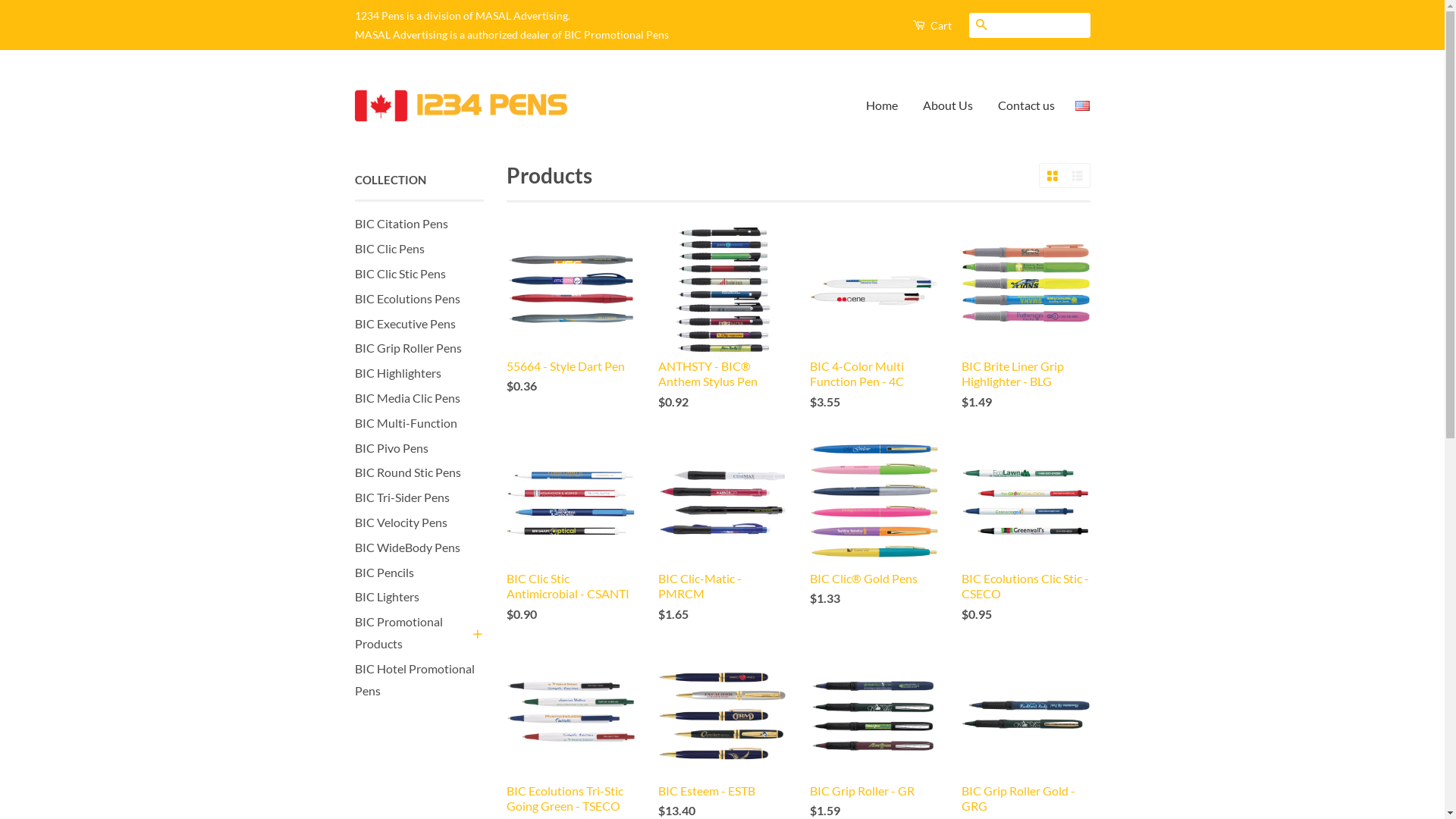 Image resolution: width=1456 pixels, height=819 pixels. I want to click on 'BIC Pencils', so click(384, 572).